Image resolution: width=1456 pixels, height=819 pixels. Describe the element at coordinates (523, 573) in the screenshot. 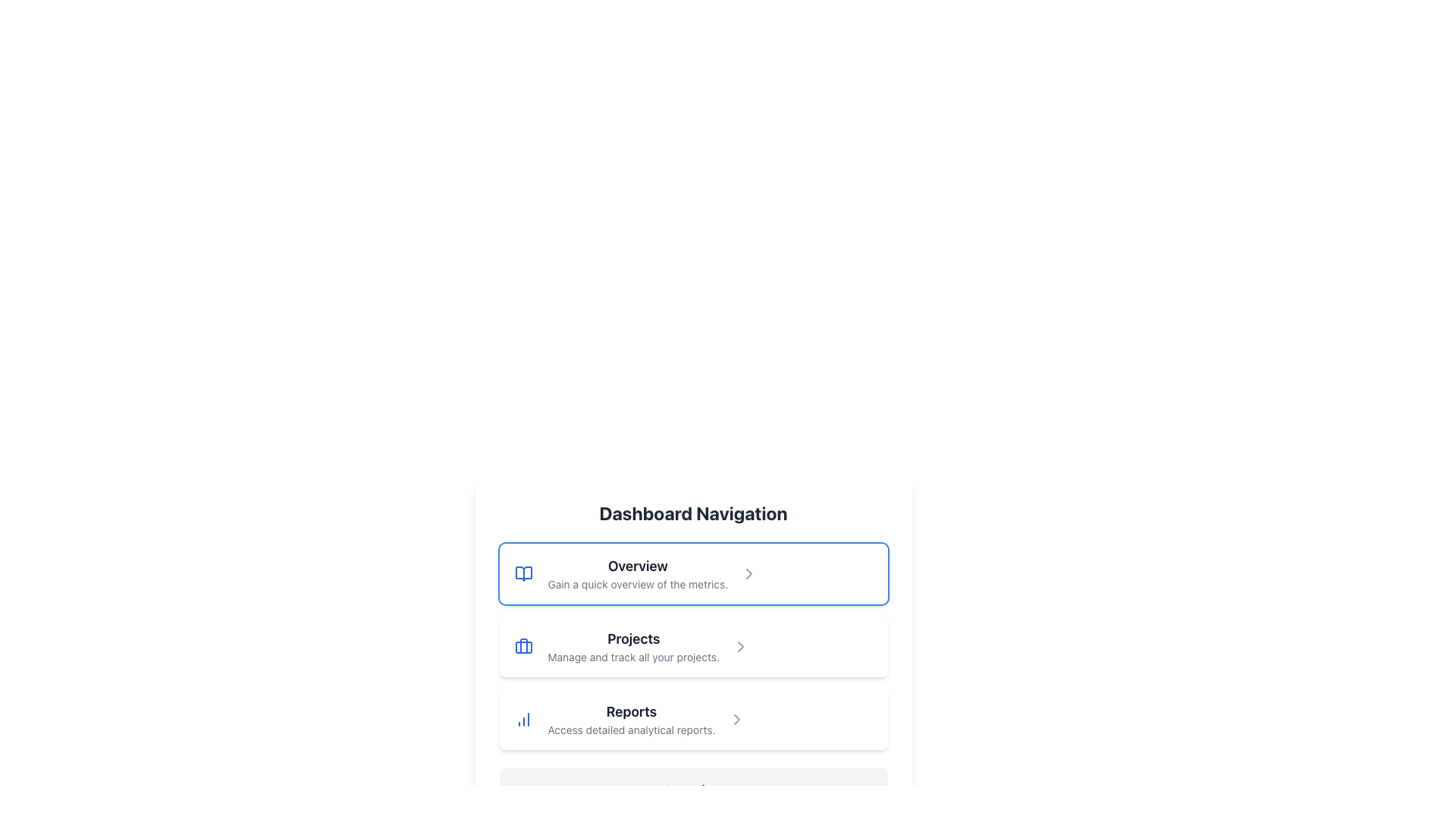

I see `the 'Overview' navigation icon located in the top-left region of the navigation items` at that location.